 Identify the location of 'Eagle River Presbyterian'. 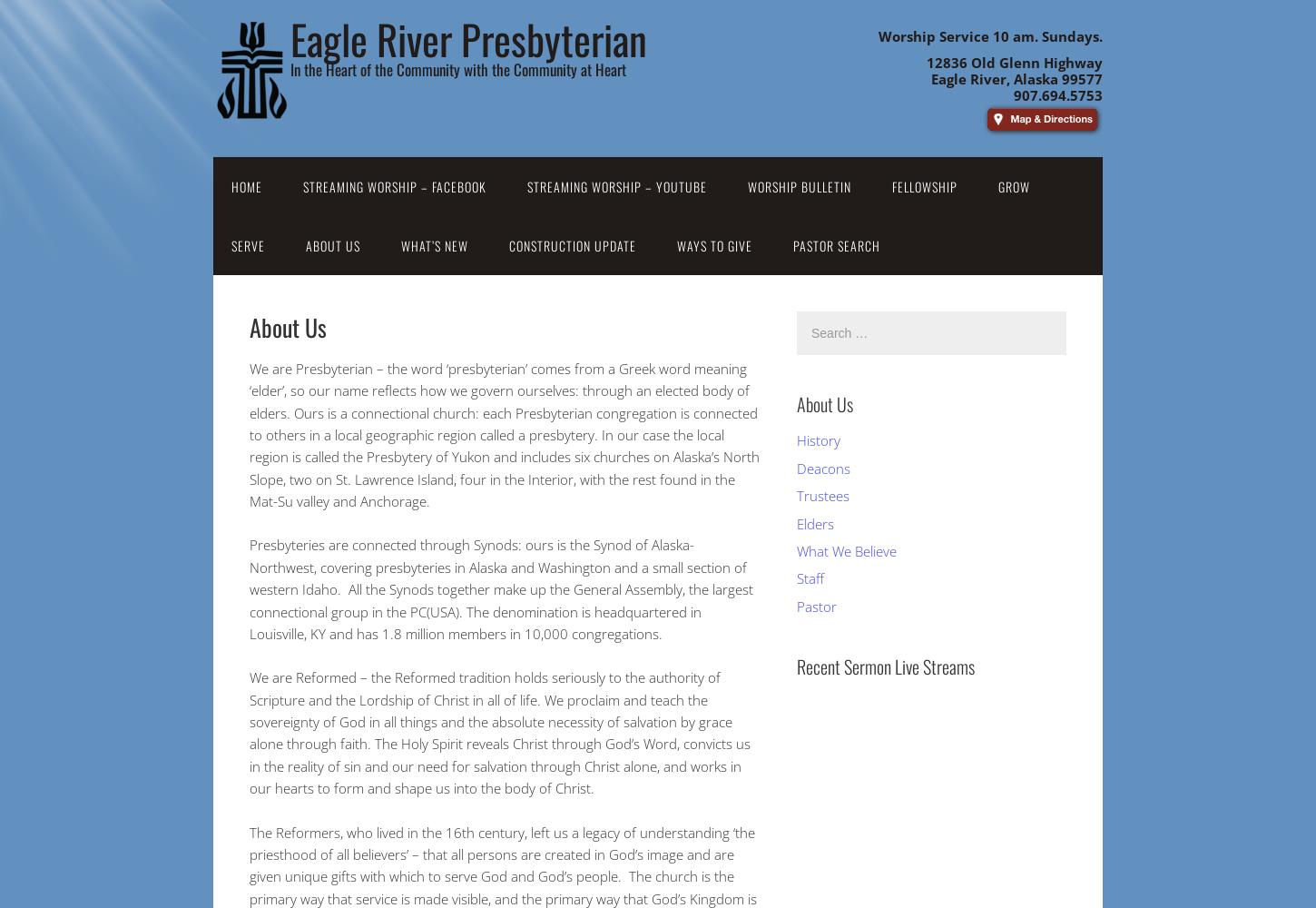
(468, 38).